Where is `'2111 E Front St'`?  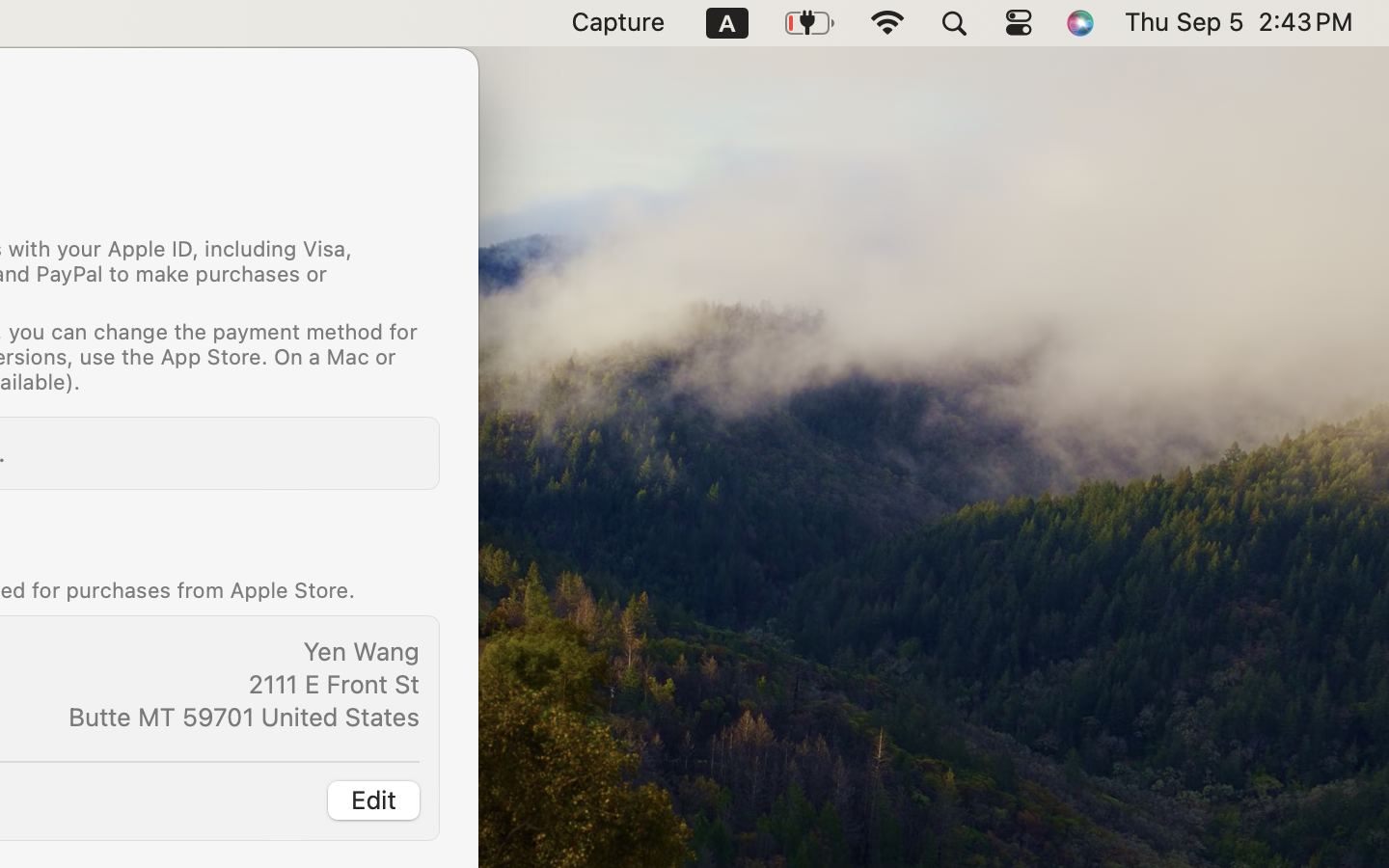 '2111 E Front St' is located at coordinates (334, 683).